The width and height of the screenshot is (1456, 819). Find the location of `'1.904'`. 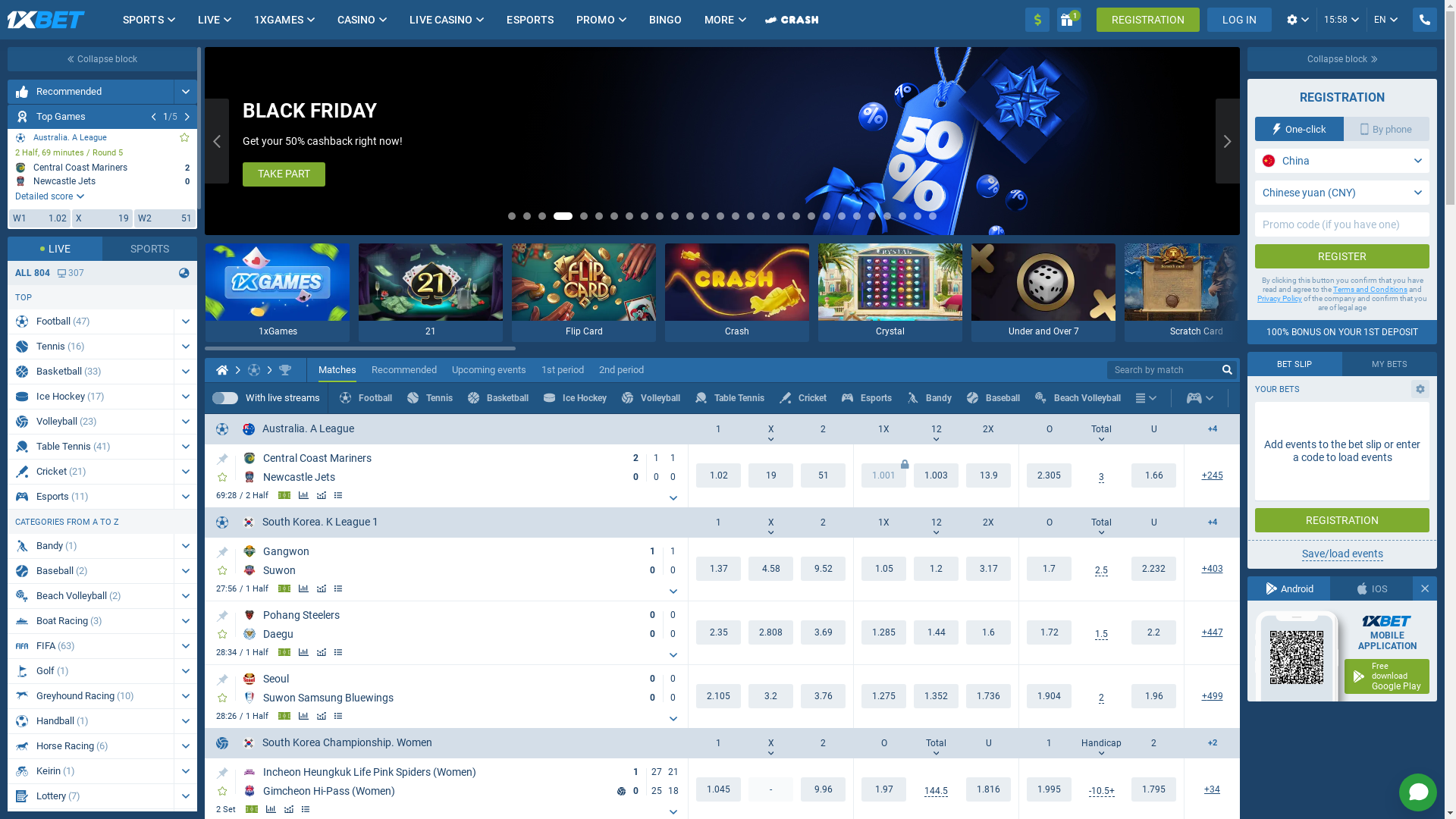

'1.904' is located at coordinates (1048, 696).